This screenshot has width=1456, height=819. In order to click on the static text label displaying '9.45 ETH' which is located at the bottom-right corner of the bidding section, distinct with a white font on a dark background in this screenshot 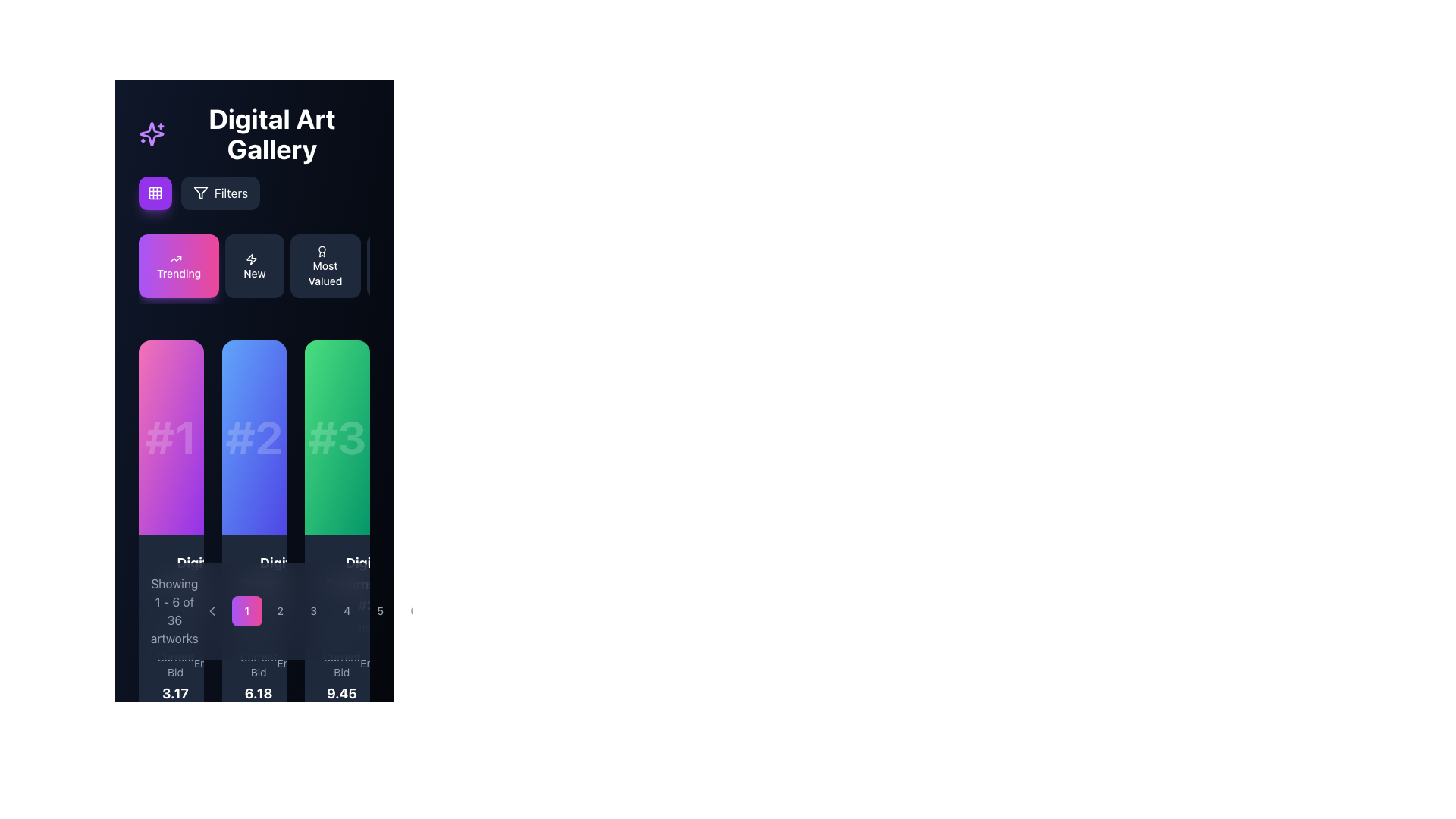, I will do `click(340, 704)`.